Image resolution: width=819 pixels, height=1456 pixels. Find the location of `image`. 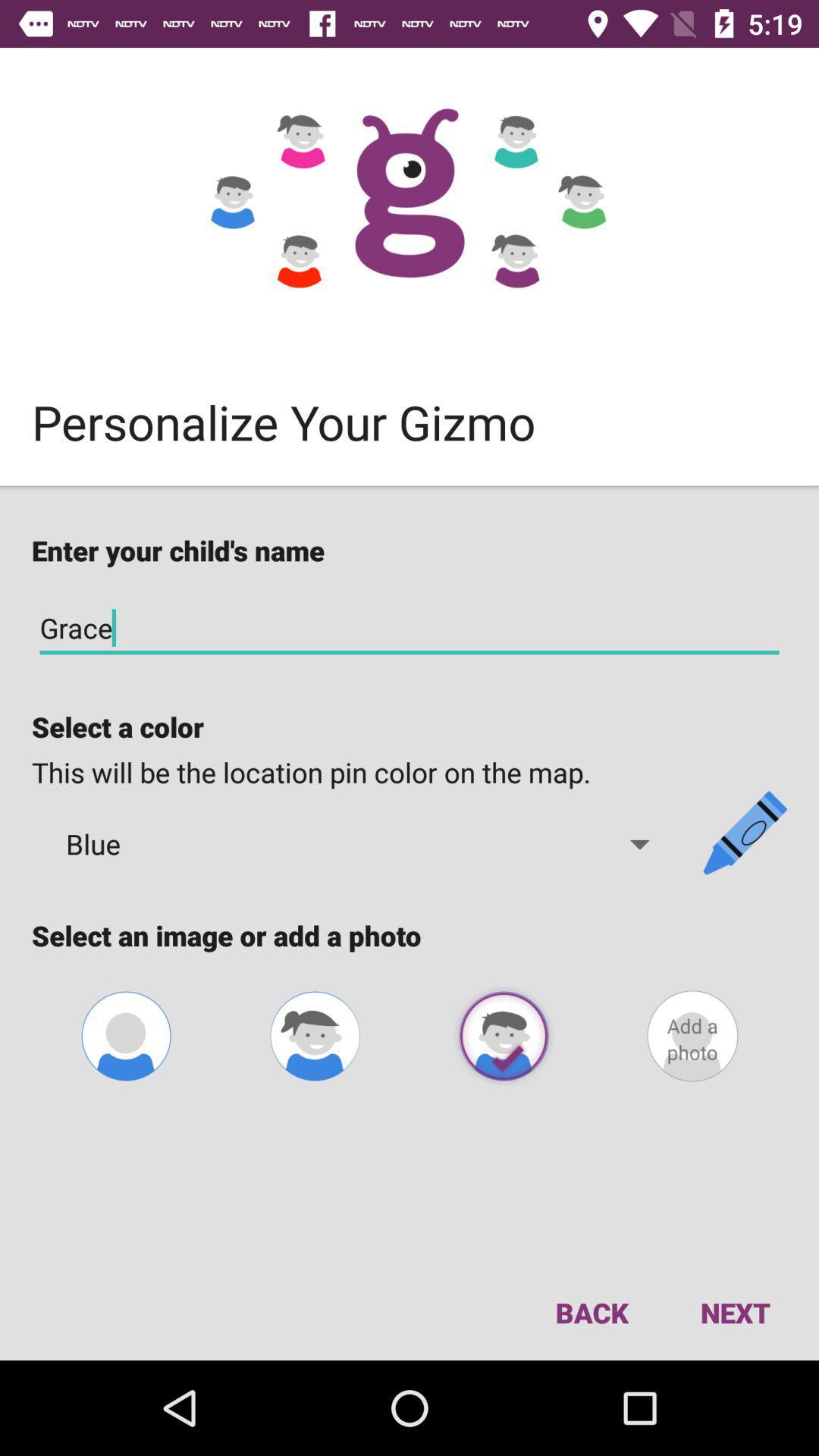

image is located at coordinates (314, 1035).